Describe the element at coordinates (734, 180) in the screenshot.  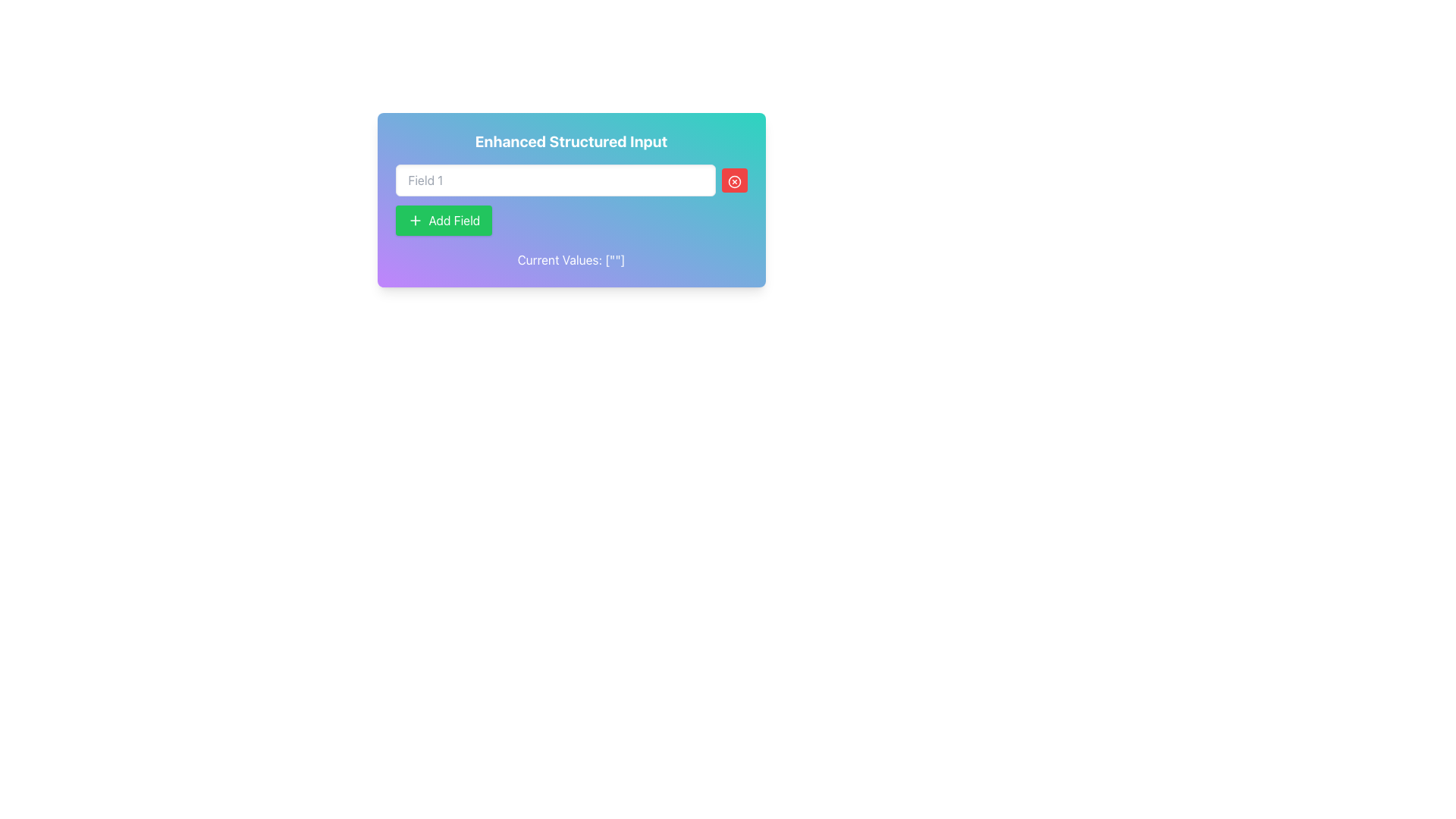
I see `the clear or delete icon located inside the red button at the top-right side of the user input form, adjacent to the text input box` at that location.